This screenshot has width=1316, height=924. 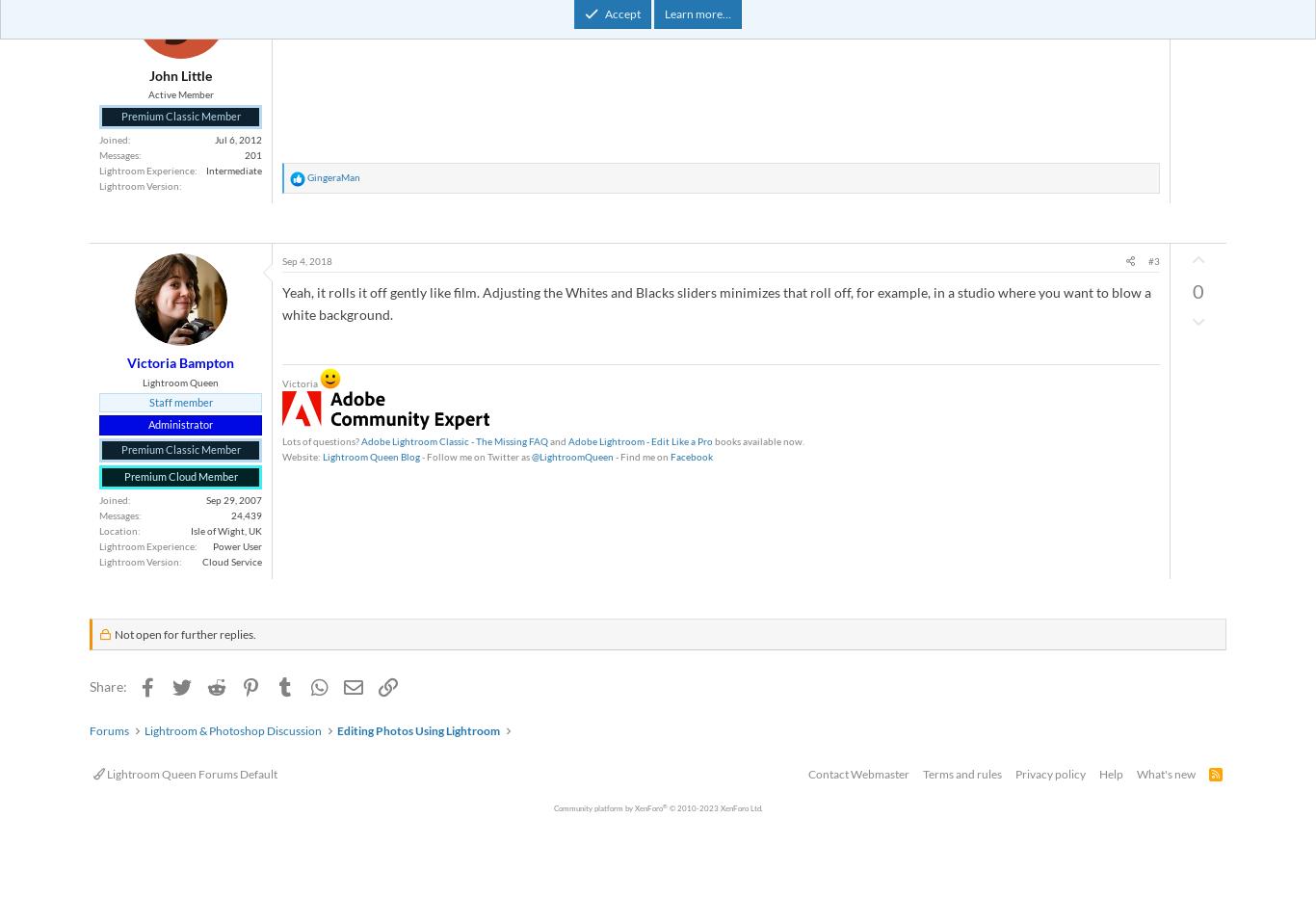 What do you see at coordinates (121, 477) in the screenshot?
I see `'Premium Cloud Member'` at bounding box center [121, 477].